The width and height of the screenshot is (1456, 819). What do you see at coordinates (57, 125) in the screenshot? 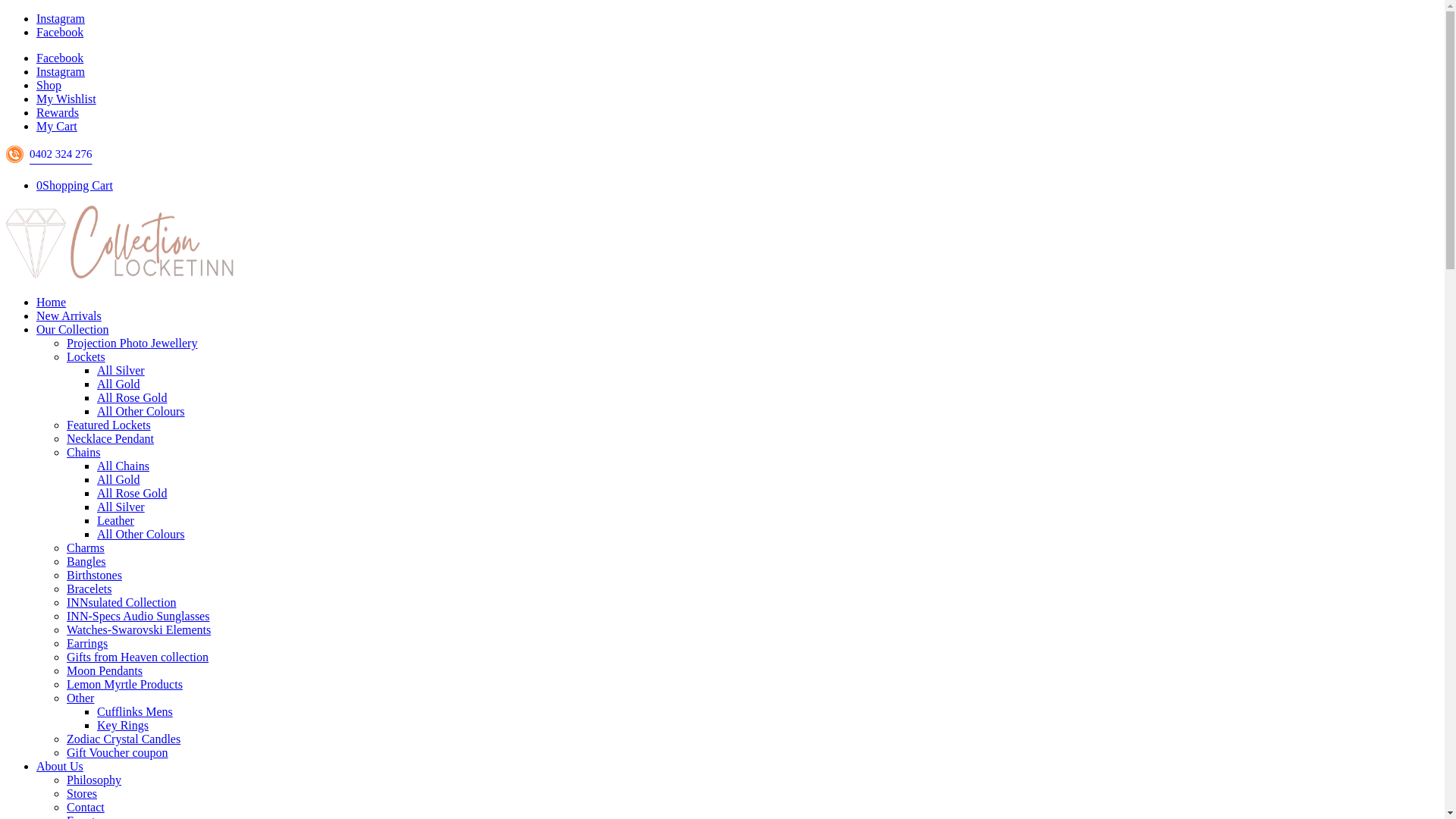
I see `'My Cart'` at bounding box center [57, 125].